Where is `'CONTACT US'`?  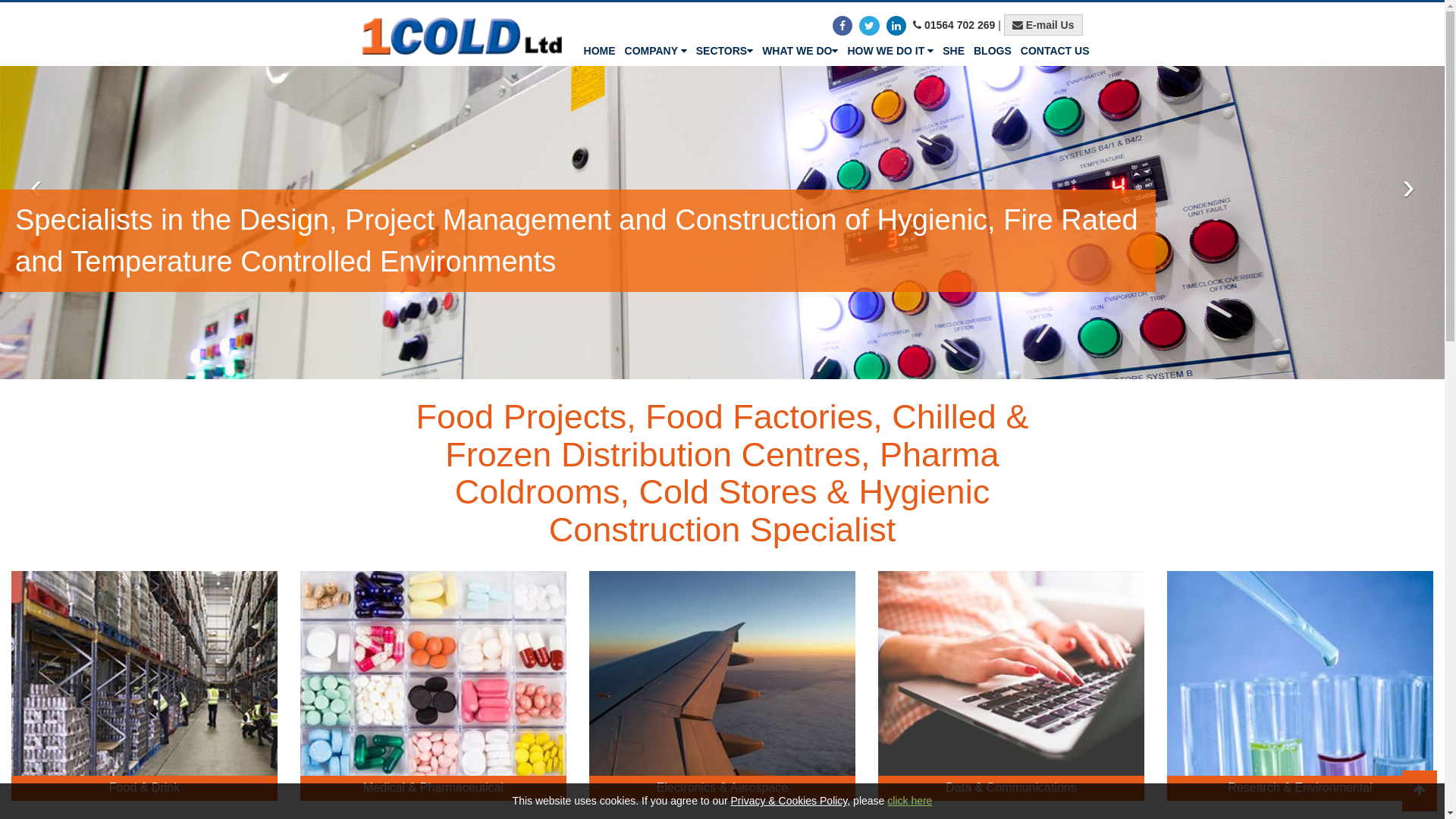
'CONTACT US' is located at coordinates (1054, 49).